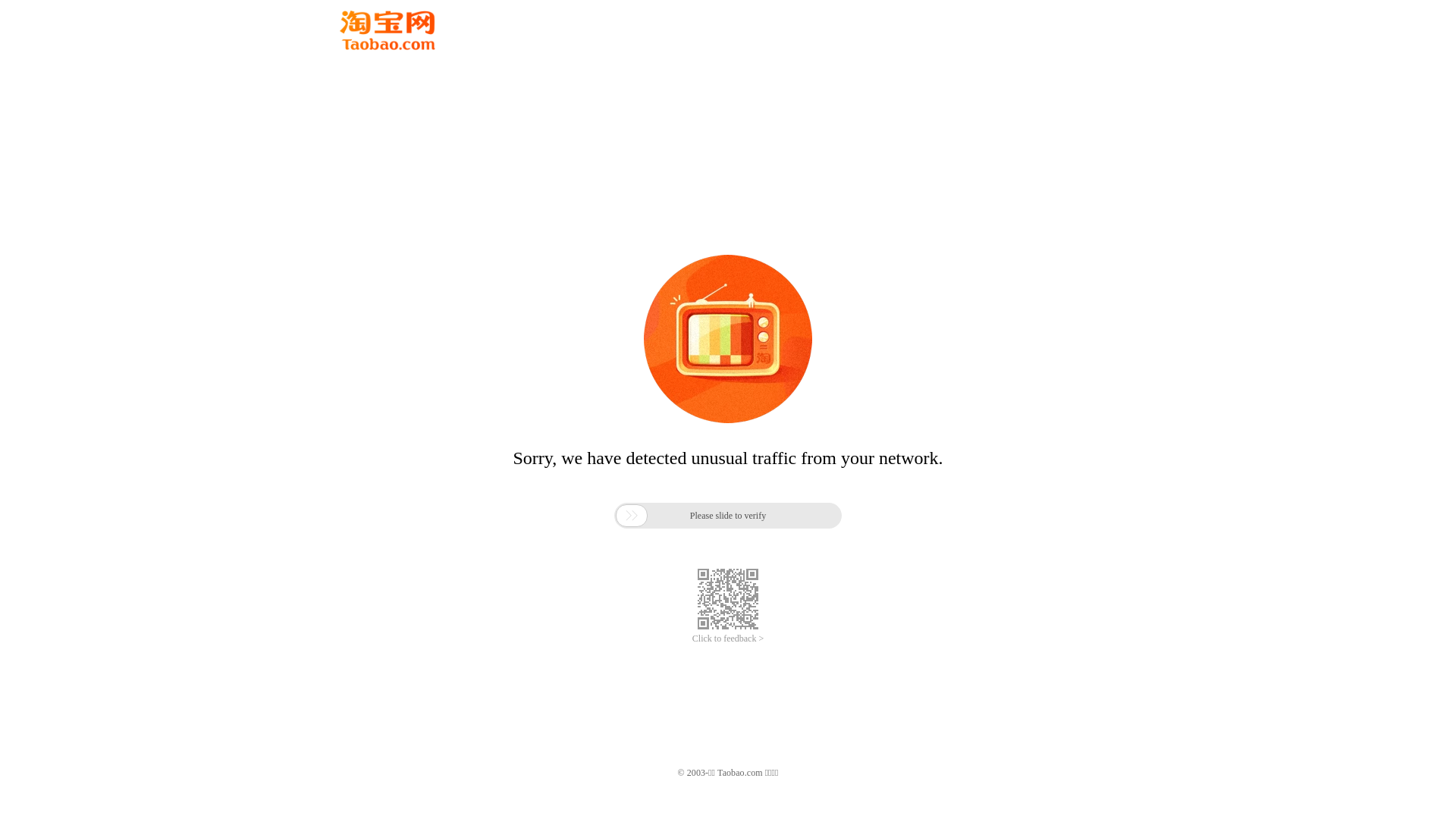 The height and width of the screenshot is (819, 1456). What do you see at coordinates (691, 639) in the screenshot?
I see `'Click to feedback >'` at bounding box center [691, 639].